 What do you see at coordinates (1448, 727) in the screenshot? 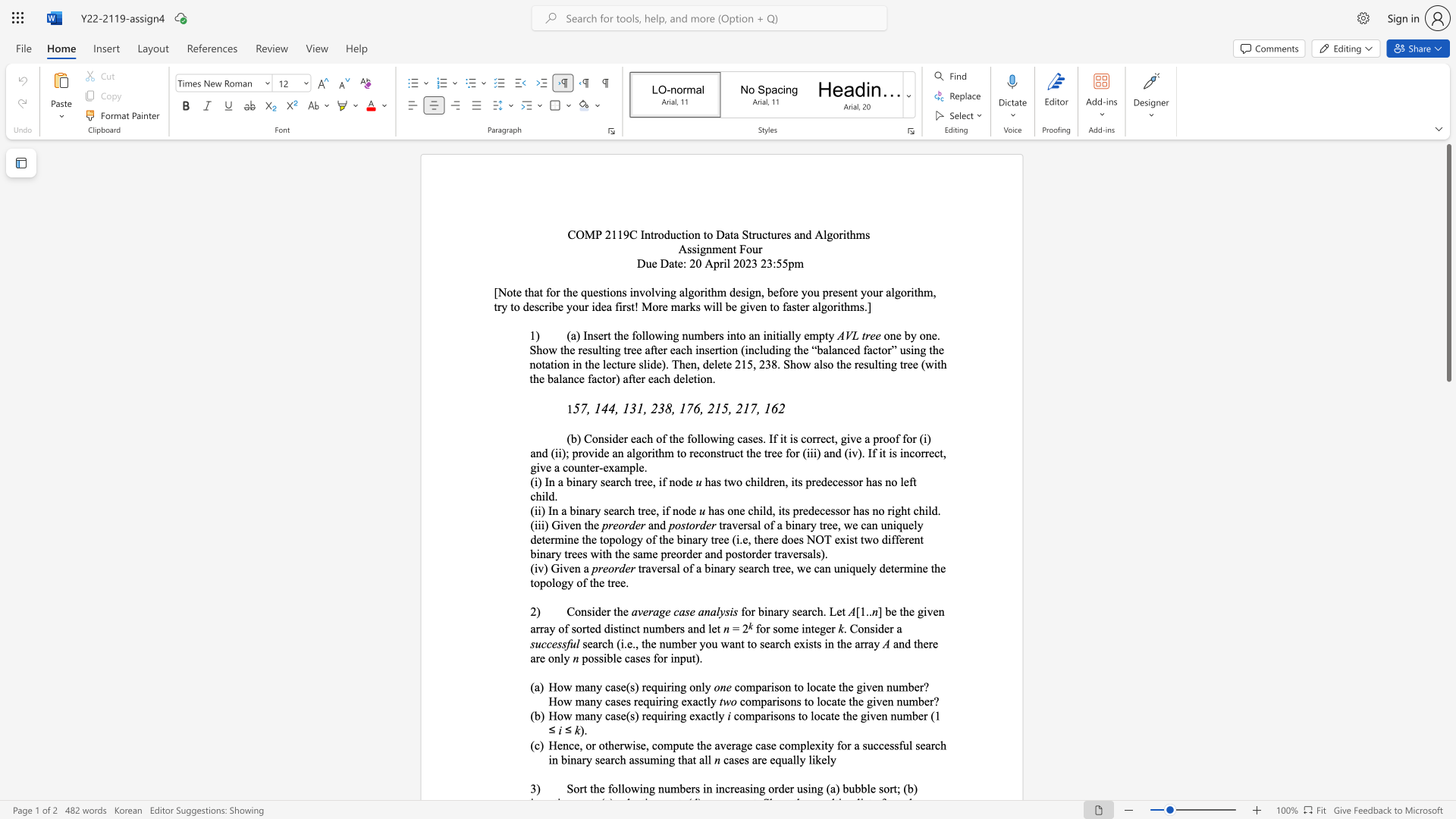
I see `the scrollbar to scroll the page down` at bounding box center [1448, 727].